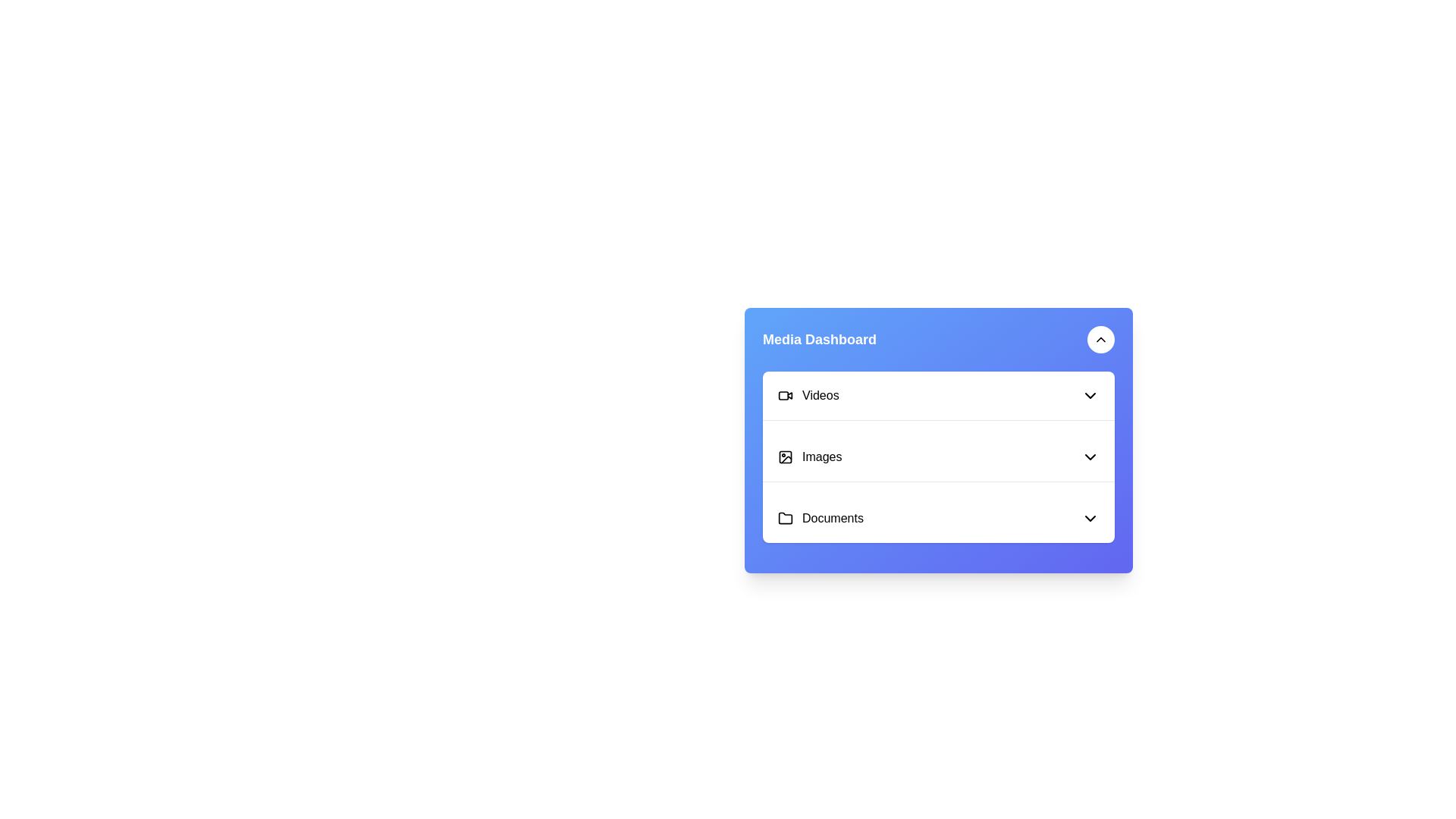  I want to click on the 'Videos' dropdown list item located under the 'Media Dashboard' title, so click(938, 394).